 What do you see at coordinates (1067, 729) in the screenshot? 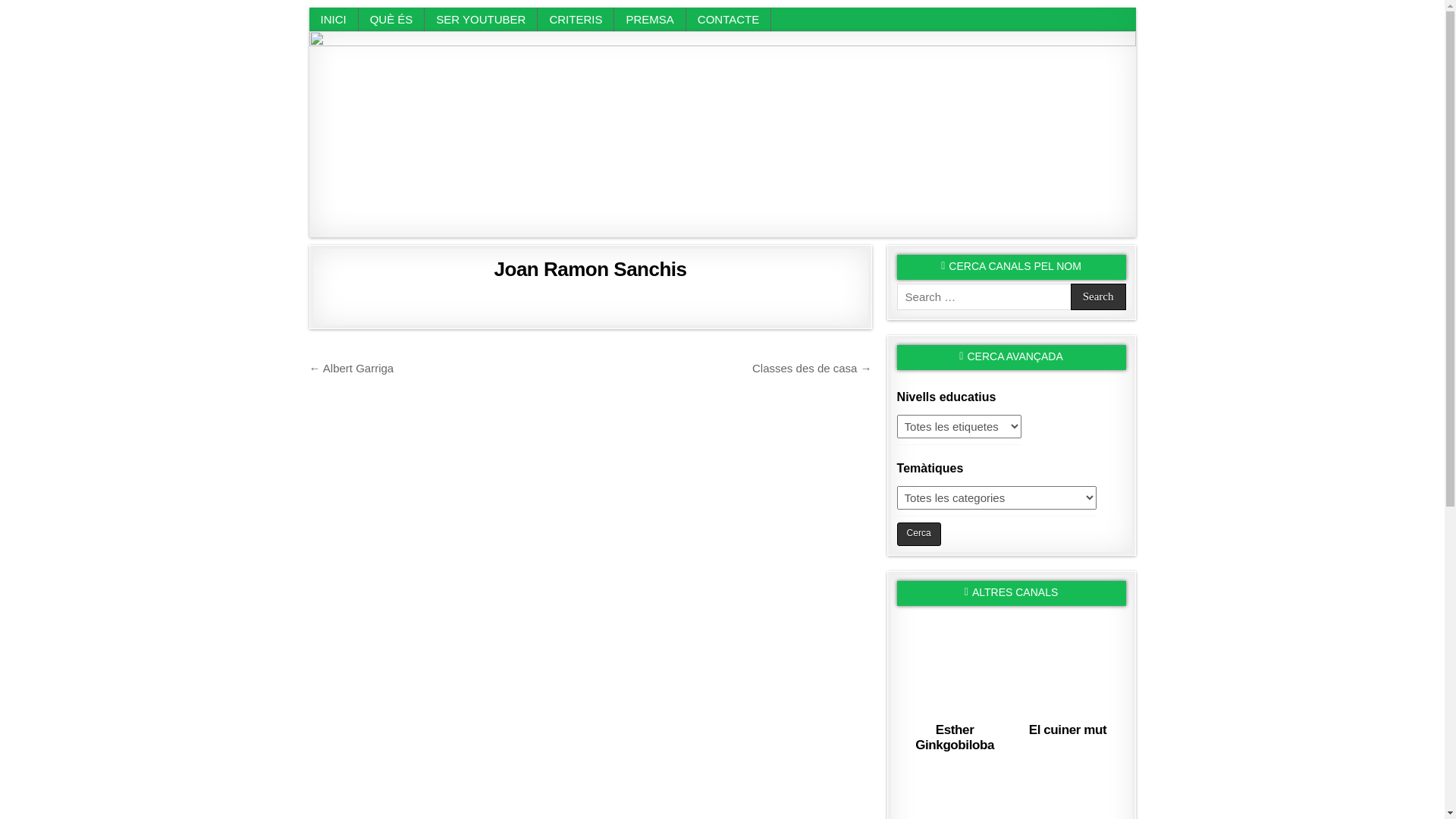
I see `'El cuiner mut'` at bounding box center [1067, 729].